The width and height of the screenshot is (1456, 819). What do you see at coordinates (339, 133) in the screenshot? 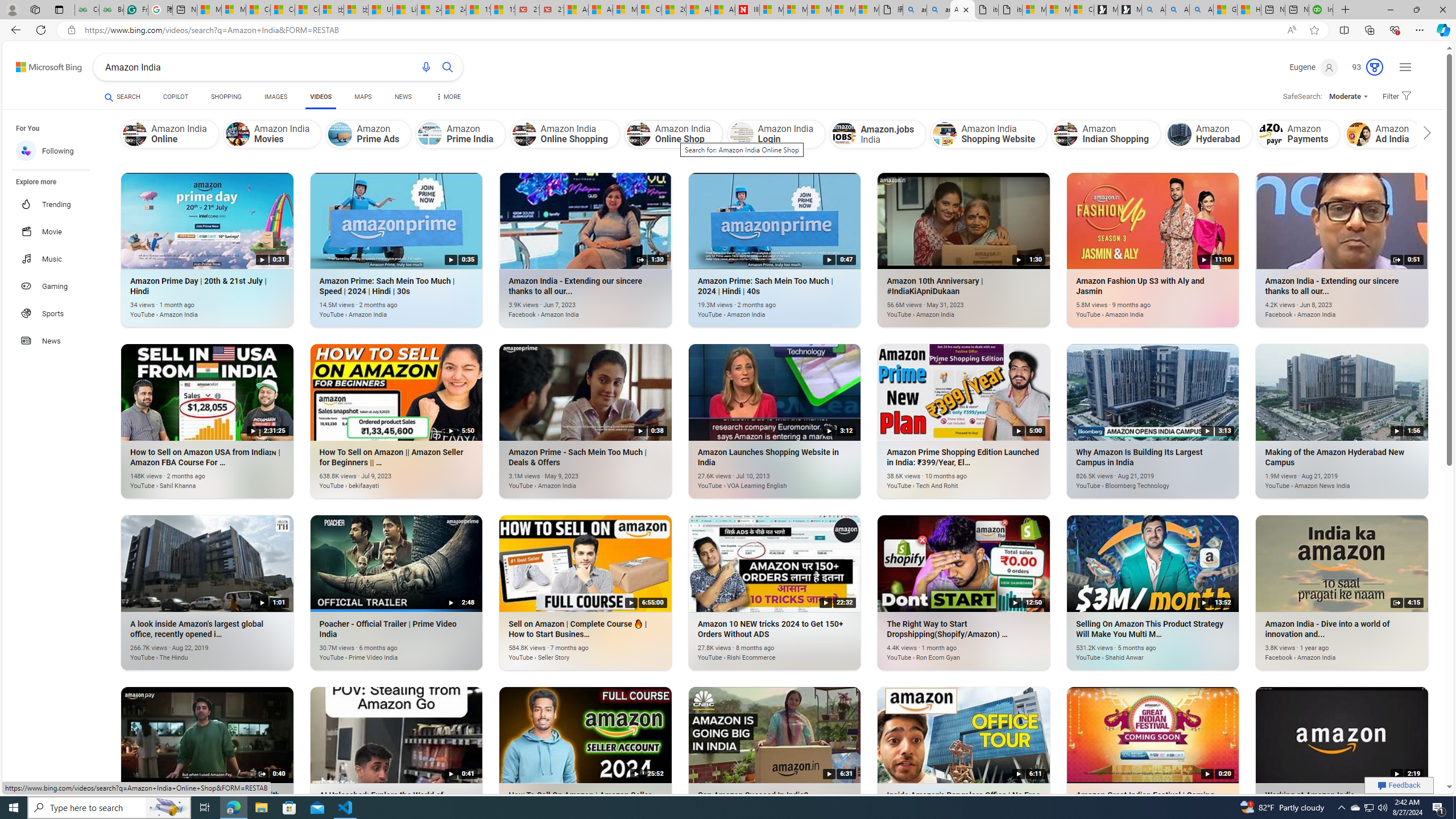
I see `'Amazon Prime Ads'` at bounding box center [339, 133].